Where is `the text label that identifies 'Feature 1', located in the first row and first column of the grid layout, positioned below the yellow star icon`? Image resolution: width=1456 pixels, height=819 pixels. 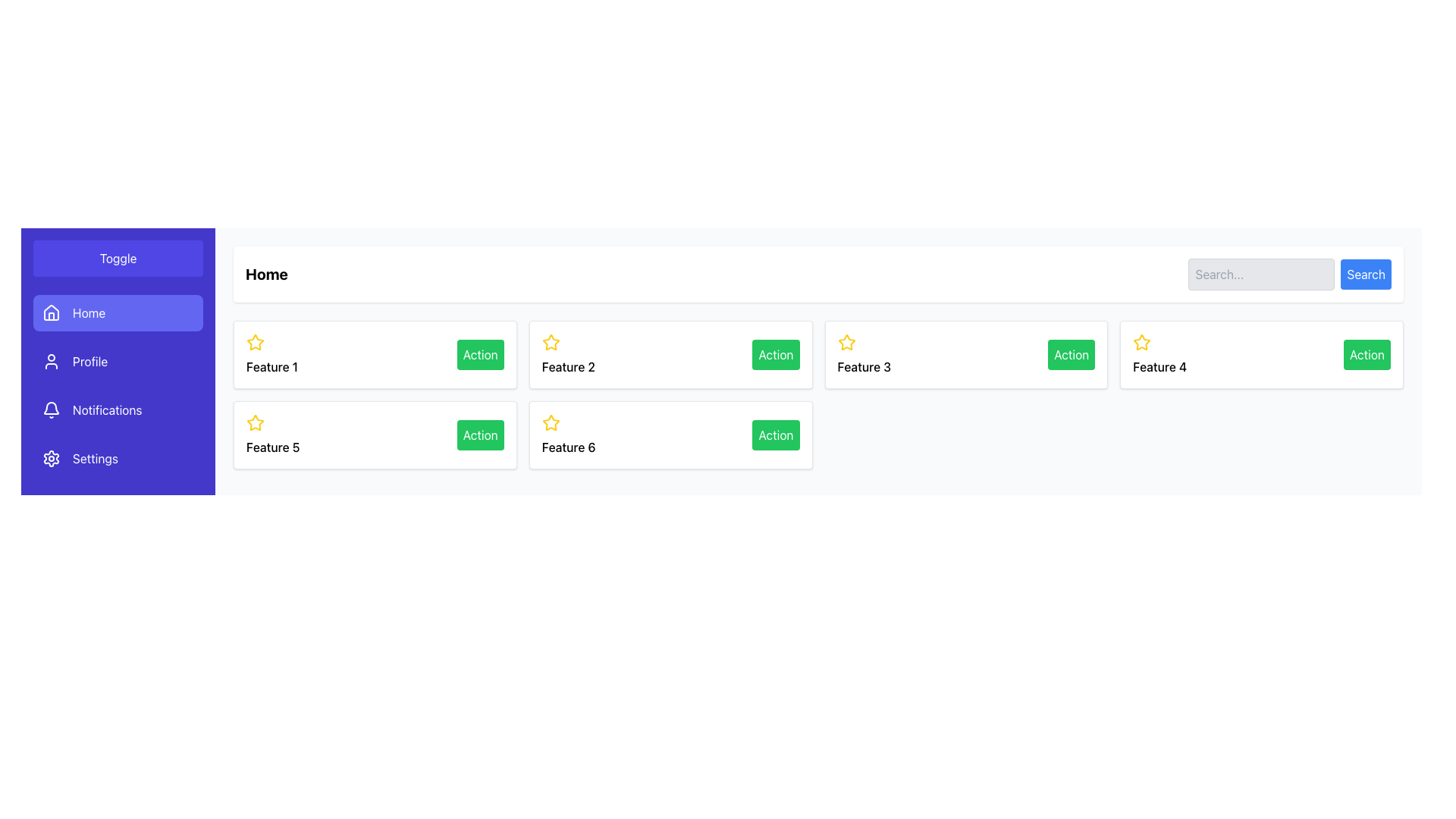 the text label that identifies 'Feature 1', located in the first row and first column of the grid layout, positioned below the yellow star icon is located at coordinates (272, 366).